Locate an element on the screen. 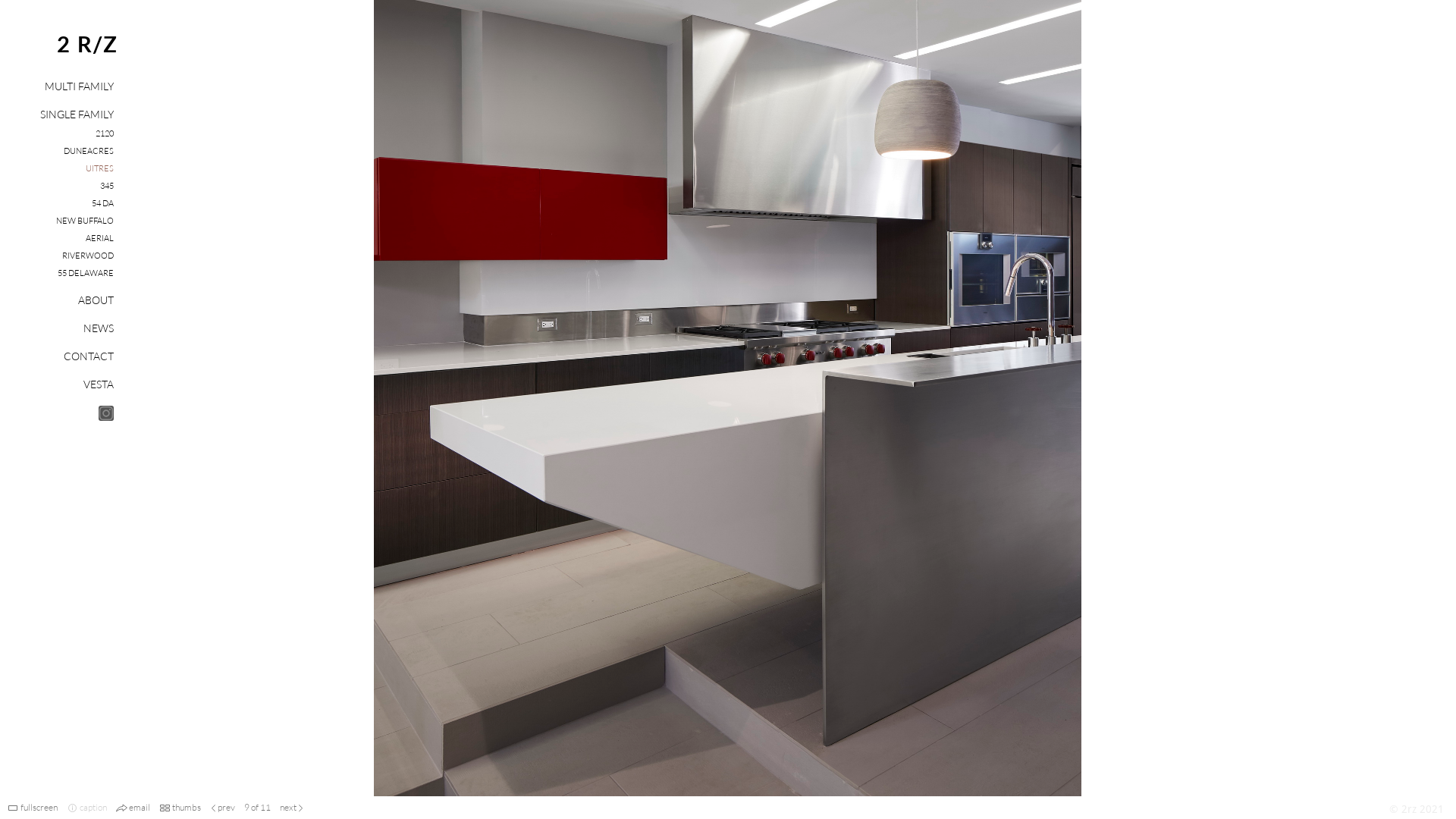 The height and width of the screenshot is (819, 1456). 'SINGLE FAMILY' is located at coordinates (76, 113).